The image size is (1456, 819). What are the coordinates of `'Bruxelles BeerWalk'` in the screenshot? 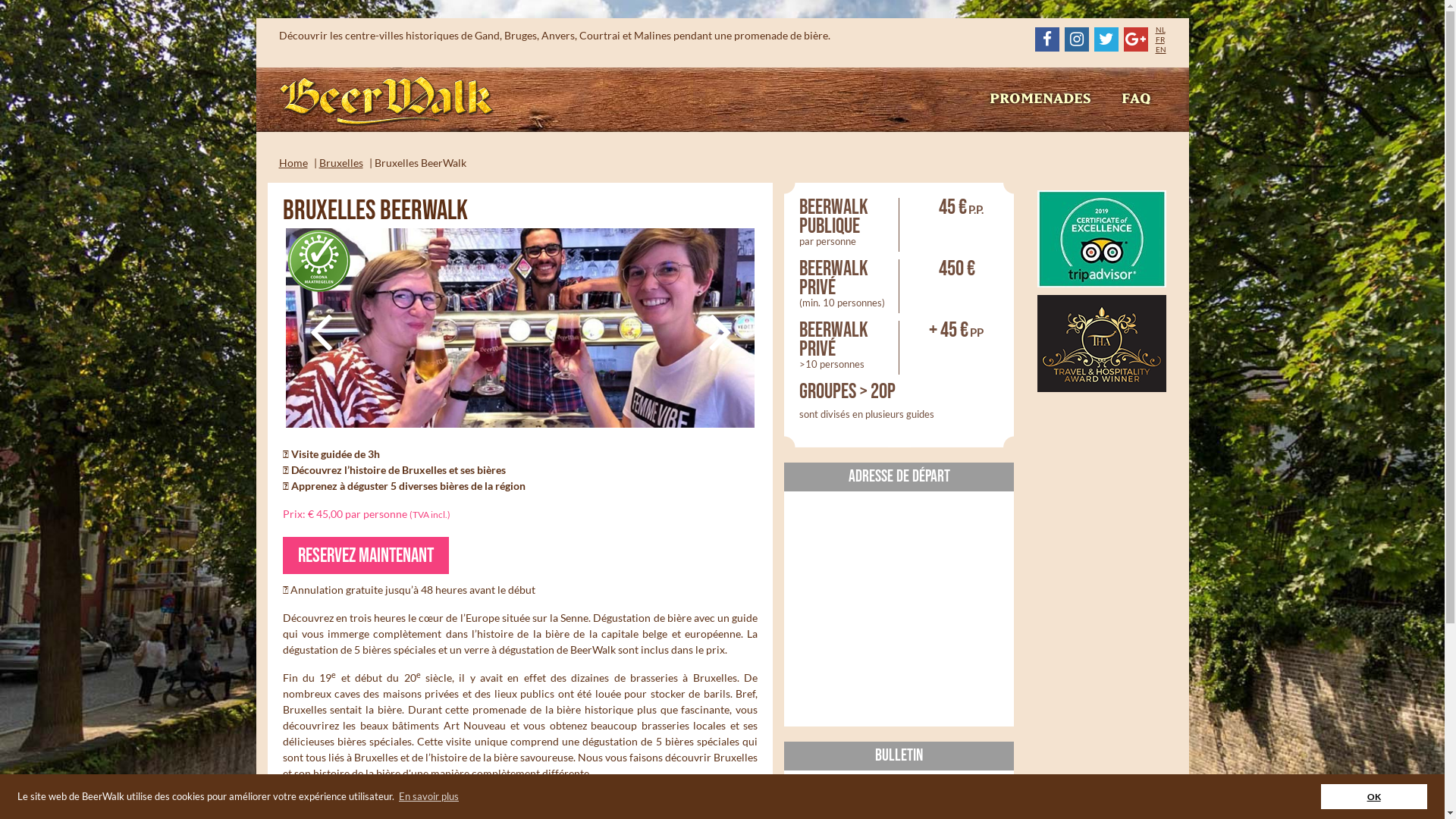 It's located at (519, 327).